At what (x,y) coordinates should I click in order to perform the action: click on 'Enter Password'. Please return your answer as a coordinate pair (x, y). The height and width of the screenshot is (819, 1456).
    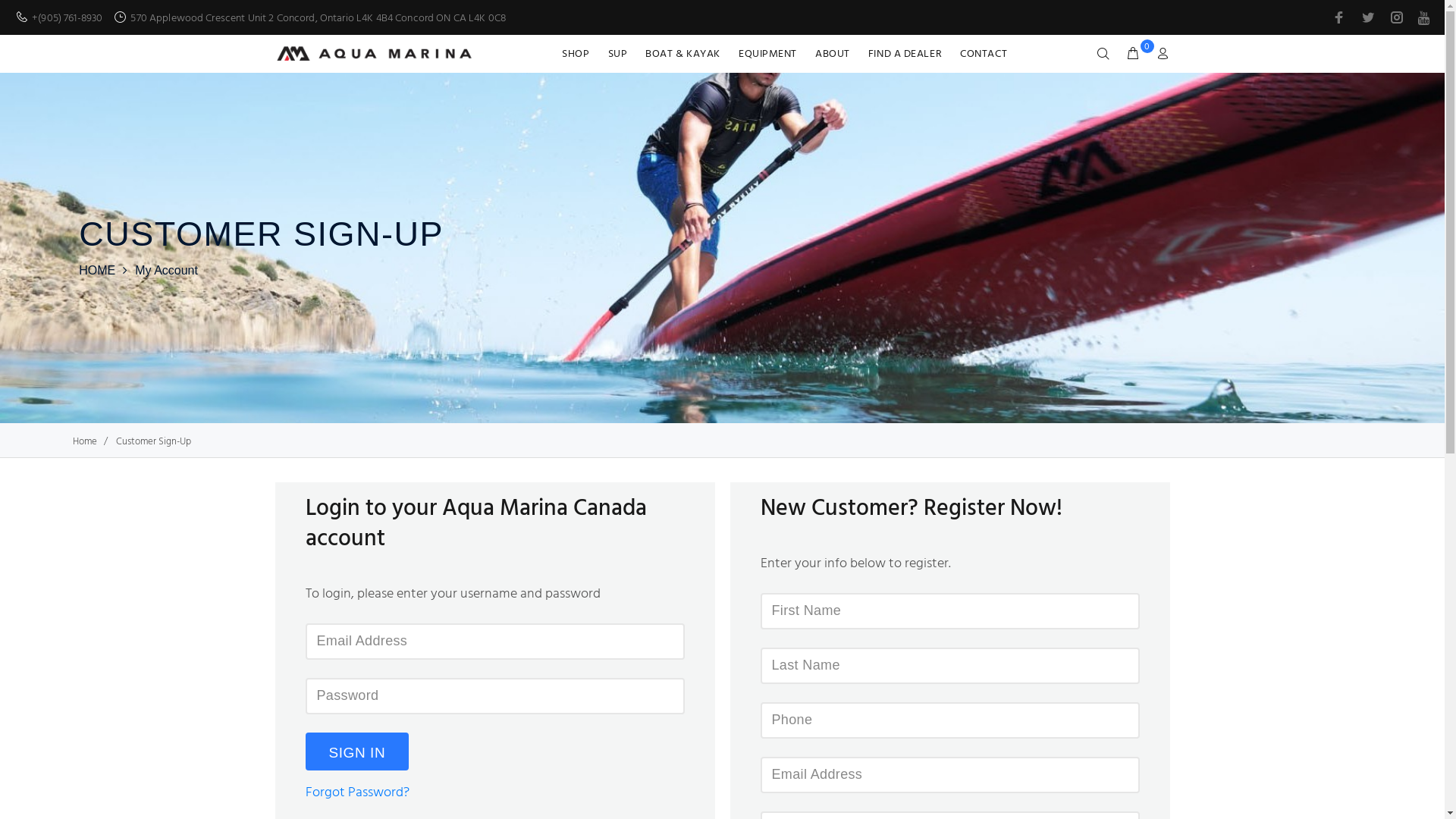
    Looking at the image, I should click on (494, 696).